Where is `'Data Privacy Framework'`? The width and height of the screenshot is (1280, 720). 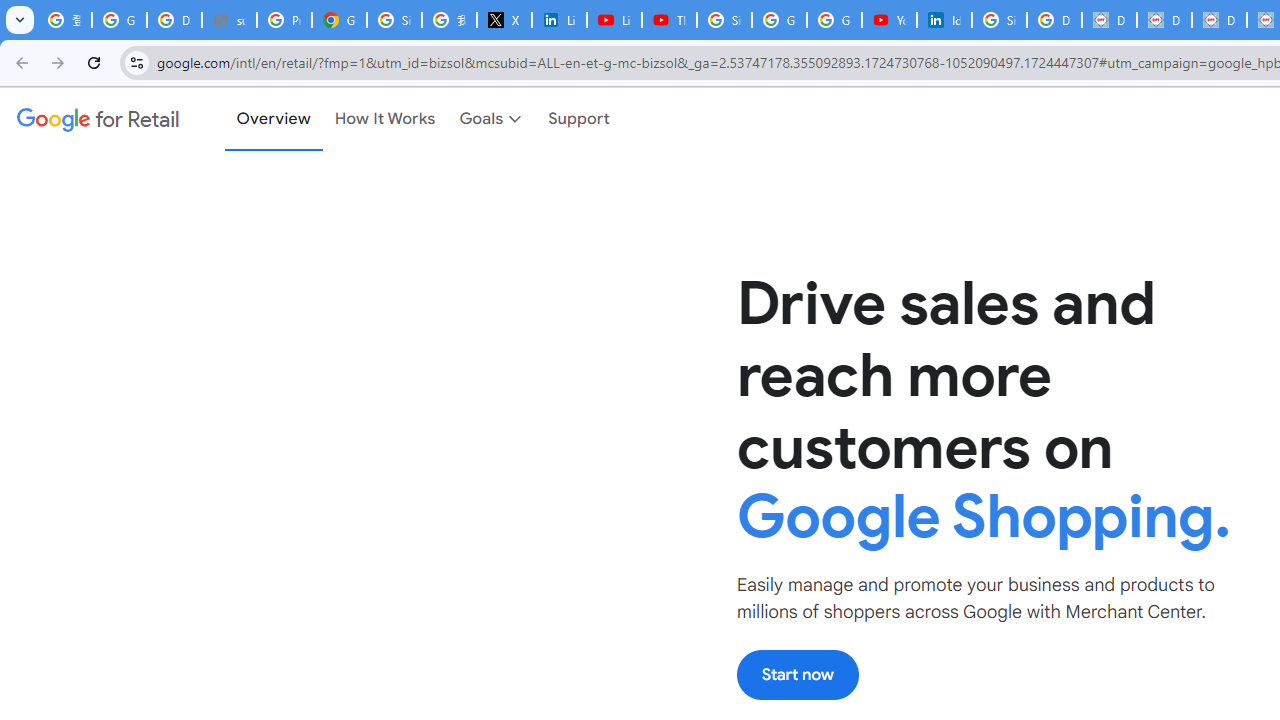
'Data Privacy Framework' is located at coordinates (1108, 20).